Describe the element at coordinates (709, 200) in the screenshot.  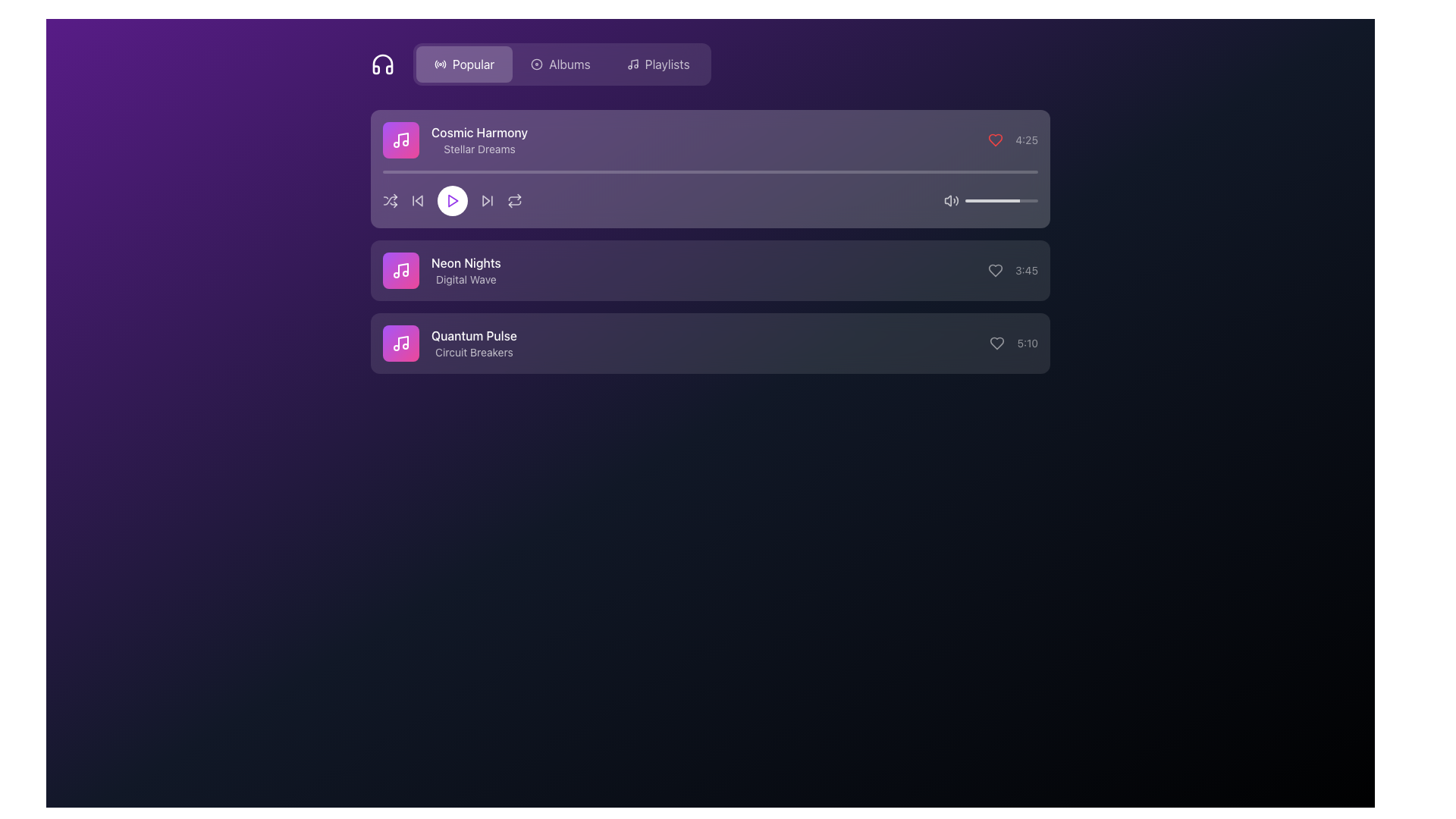
I see `the volume adjustment area of the Interactive player control bar located below the 'Cosmic Harmony' row` at that location.